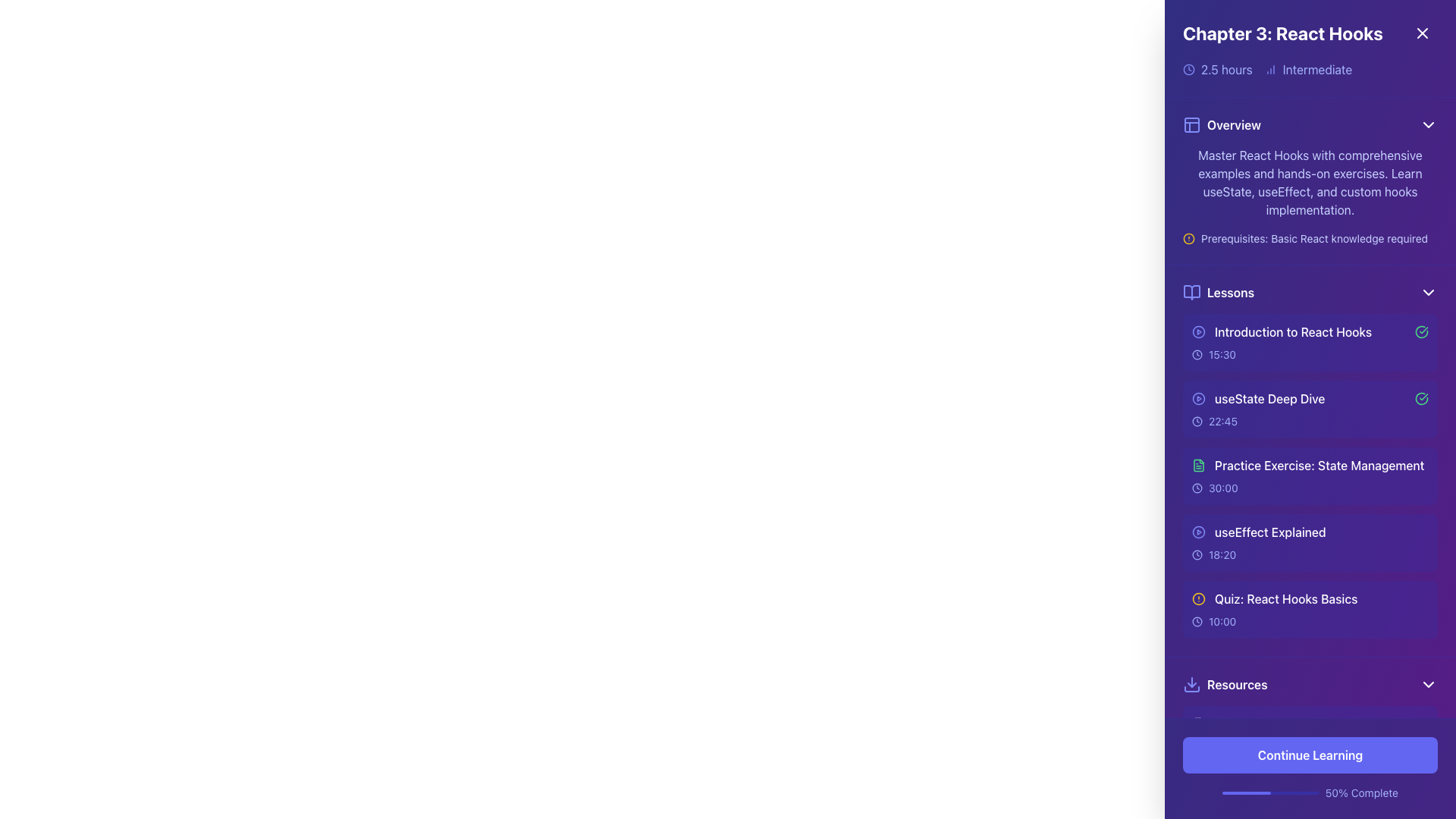 This screenshot has height=819, width=1456. I want to click on the 'useState Deep Dive' card/button, which is the second item in the 'Lessons' section, so click(1310, 409).